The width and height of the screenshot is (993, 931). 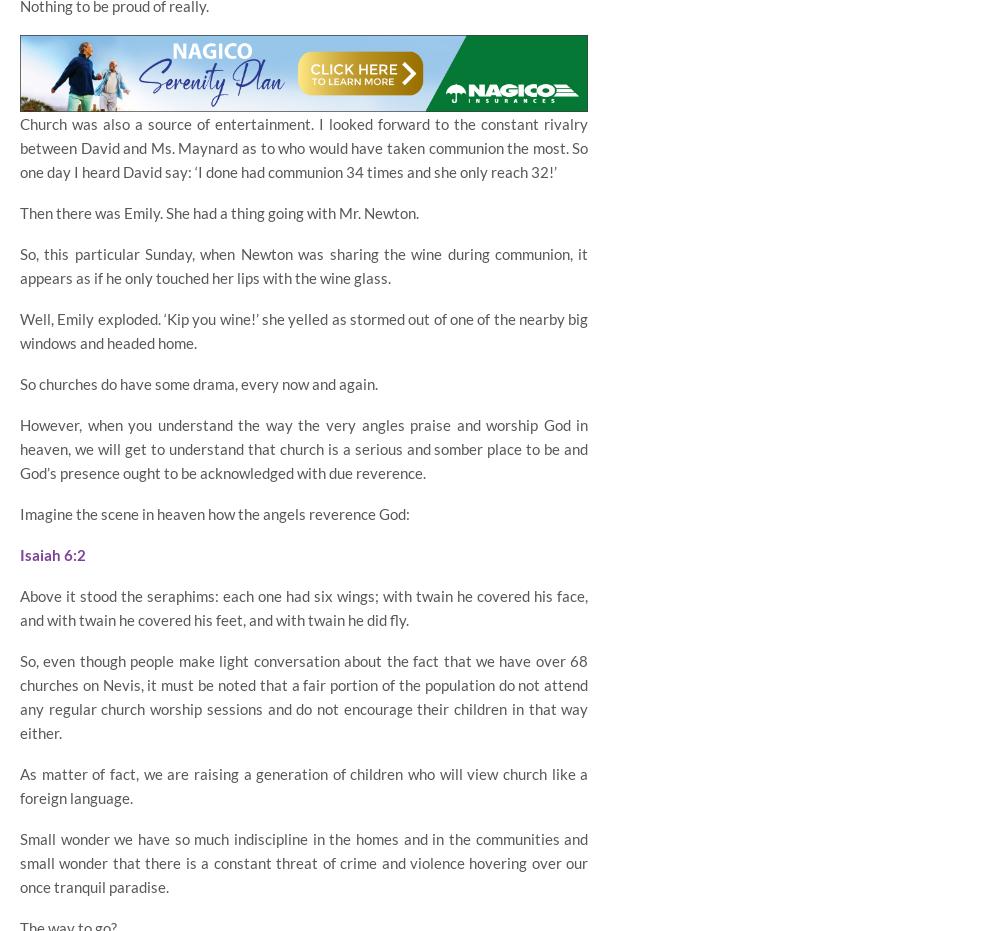 What do you see at coordinates (303, 785) in the screenshot?
I see `'As matter of fact, we are raising a generation of children who will view church like a foreign language.'` at bounding box center [303, 785].